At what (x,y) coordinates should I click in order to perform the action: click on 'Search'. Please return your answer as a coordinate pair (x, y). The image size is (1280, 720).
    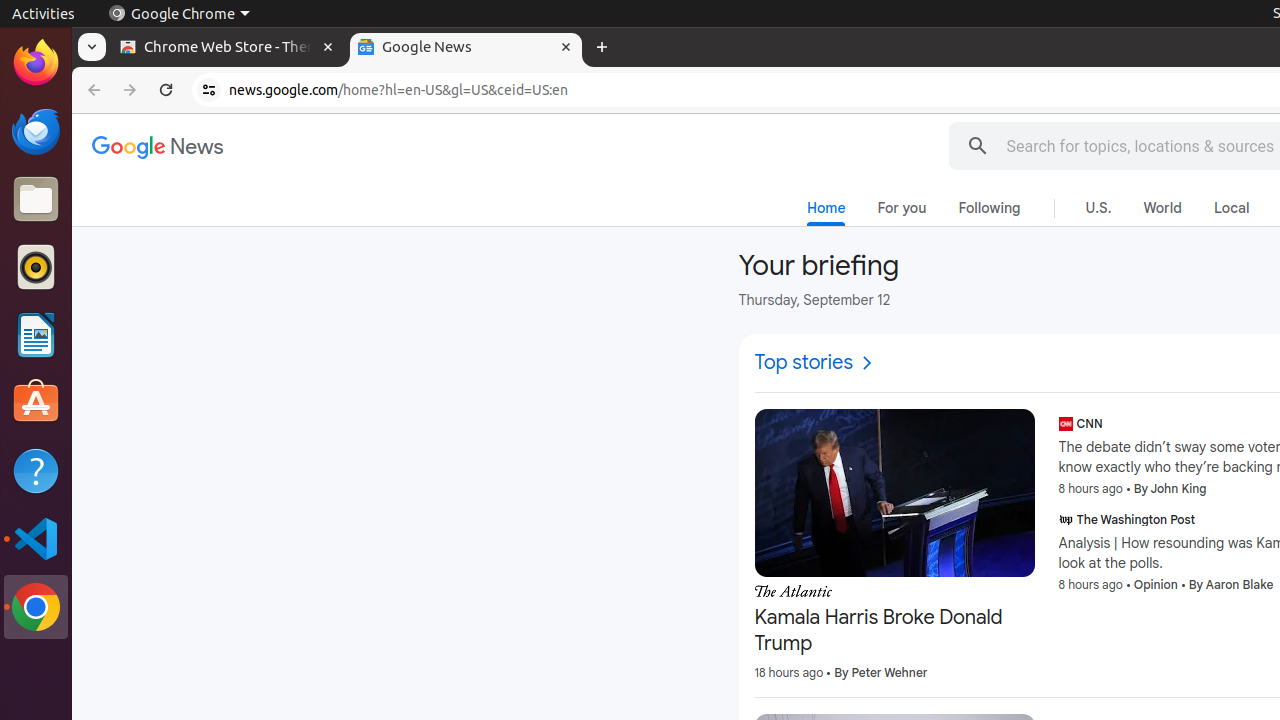
    Looking at the image, I should click on (977, 145).